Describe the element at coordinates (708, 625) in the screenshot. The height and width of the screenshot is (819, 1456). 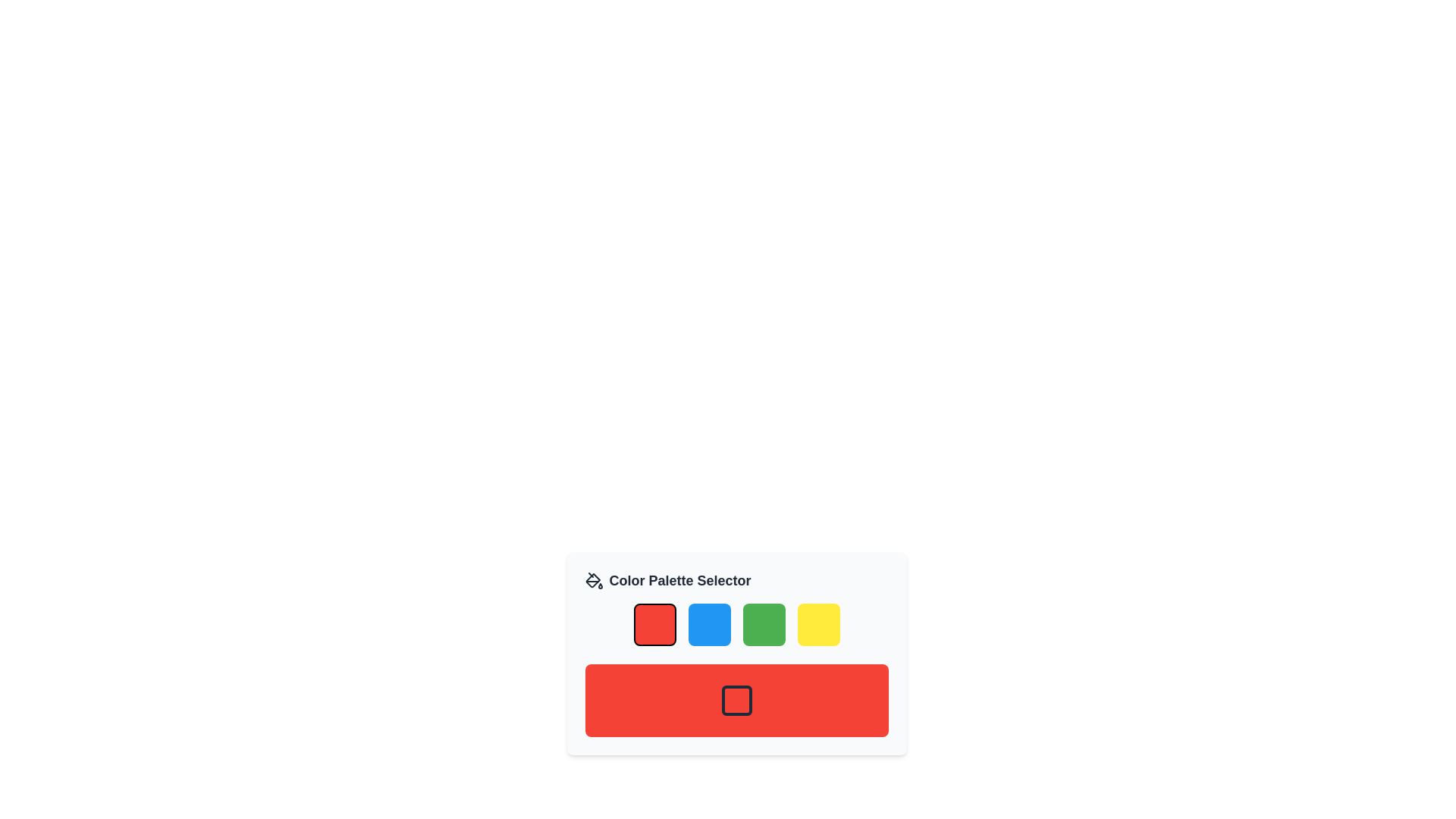
I see `the solid blue button with rounded corners that is positioned second from the left among four buttons, located below the 'Color Palette Selector' text and above a larger red rectangular button to trigger hover effects` at that location.